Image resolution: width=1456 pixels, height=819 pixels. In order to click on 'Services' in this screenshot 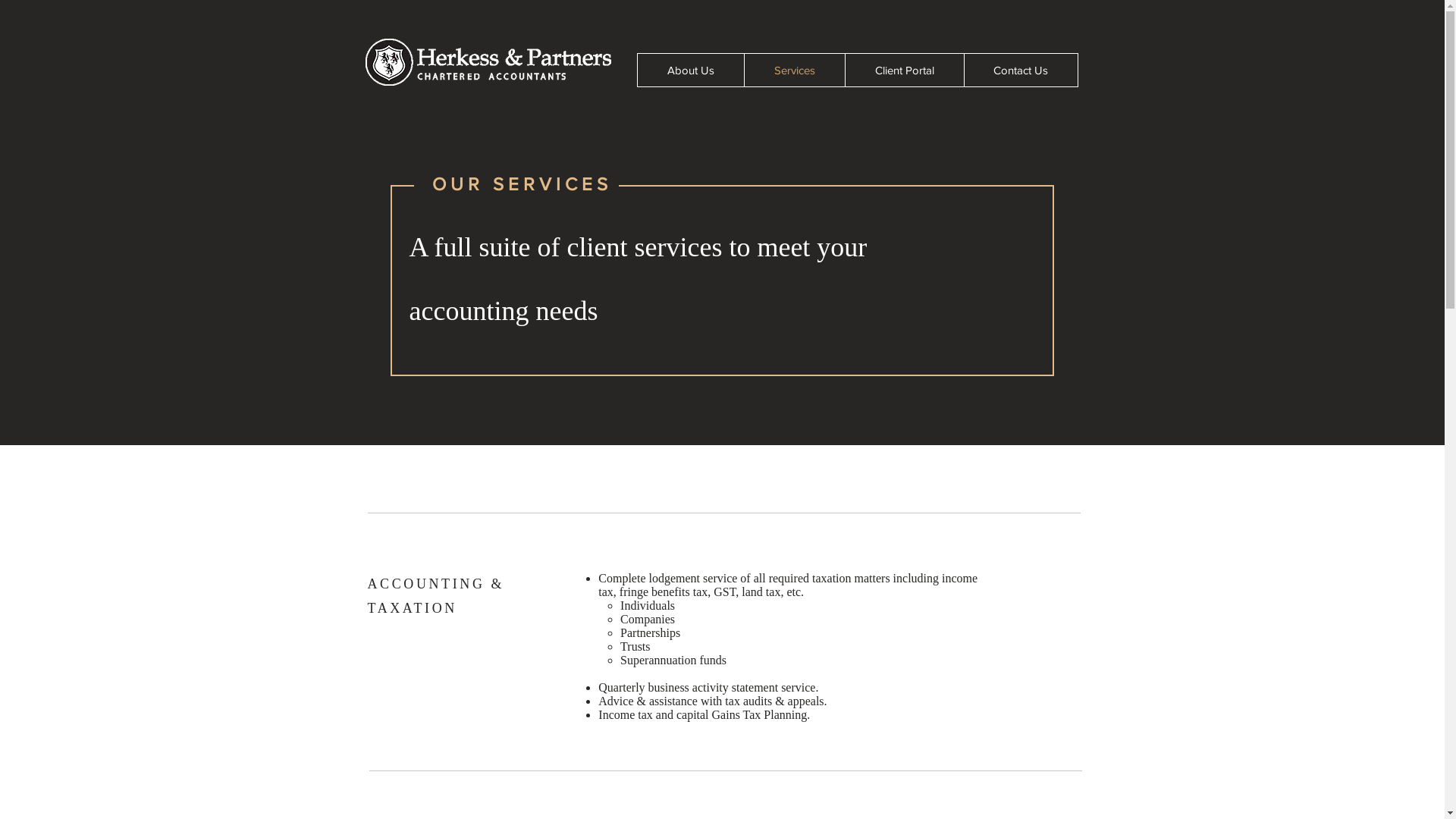, I will do `click(792, 70)`.